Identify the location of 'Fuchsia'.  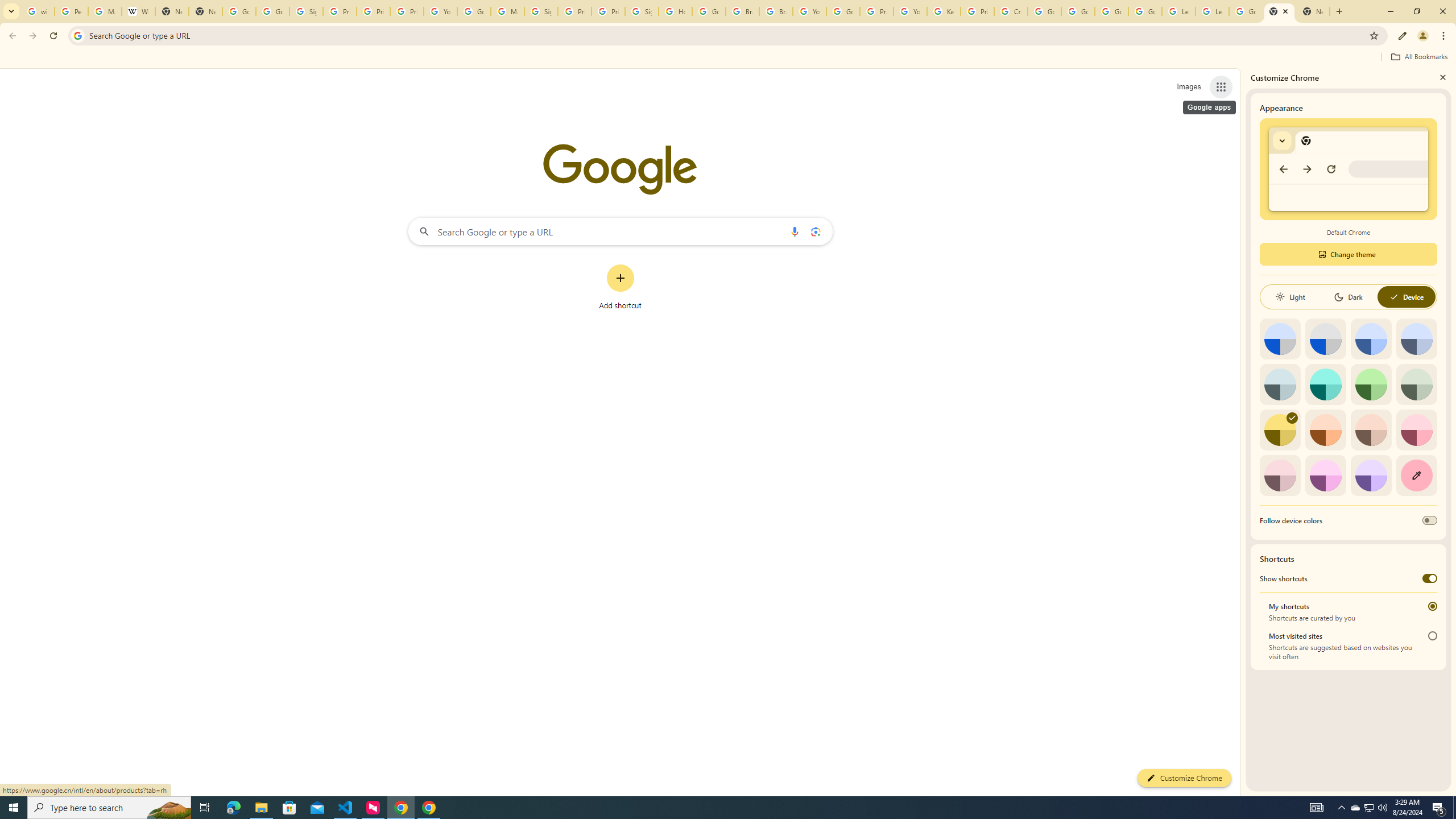
(1325, 475).